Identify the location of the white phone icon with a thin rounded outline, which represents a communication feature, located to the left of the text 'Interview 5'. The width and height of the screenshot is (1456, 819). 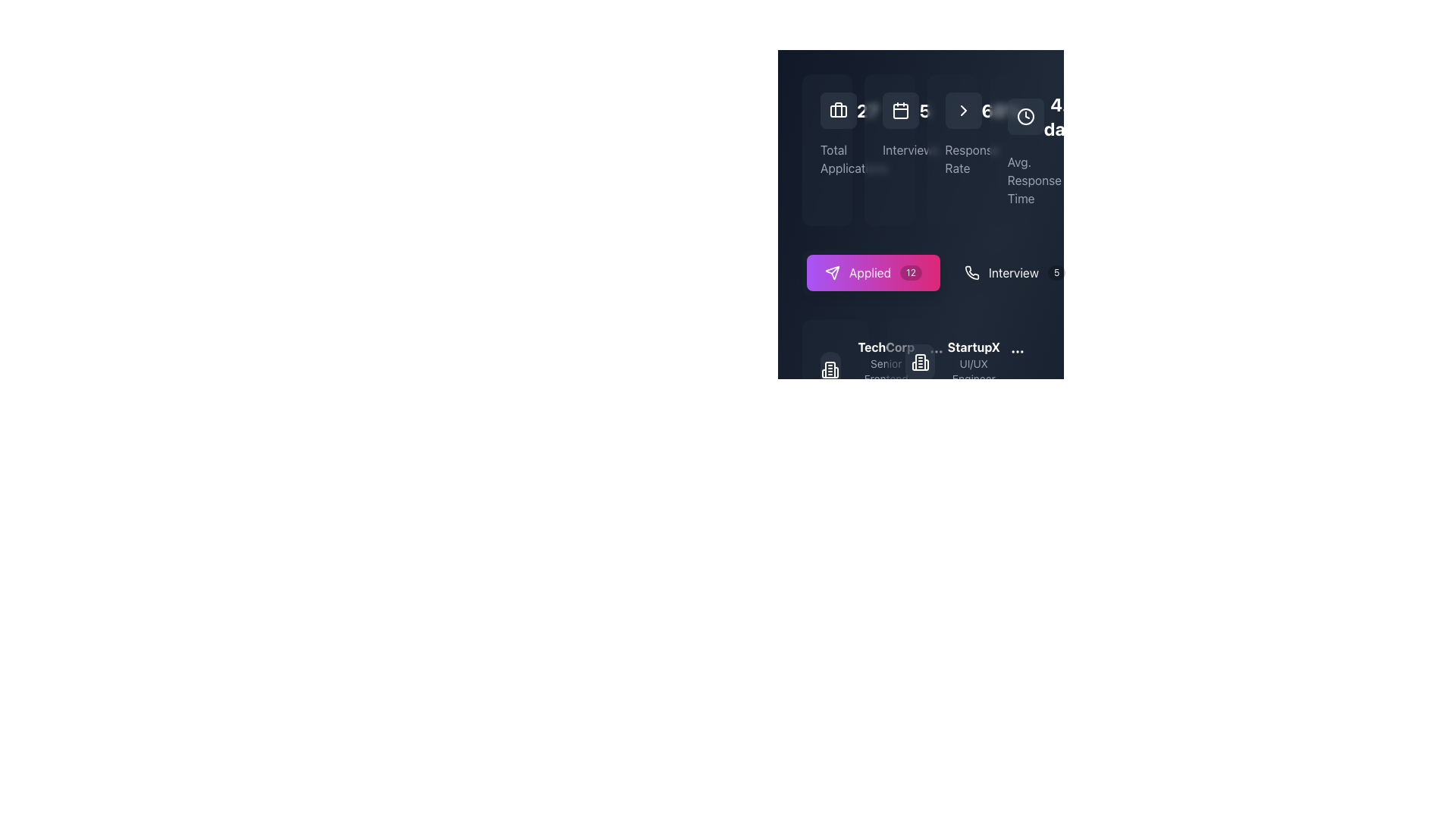
(971, 271).